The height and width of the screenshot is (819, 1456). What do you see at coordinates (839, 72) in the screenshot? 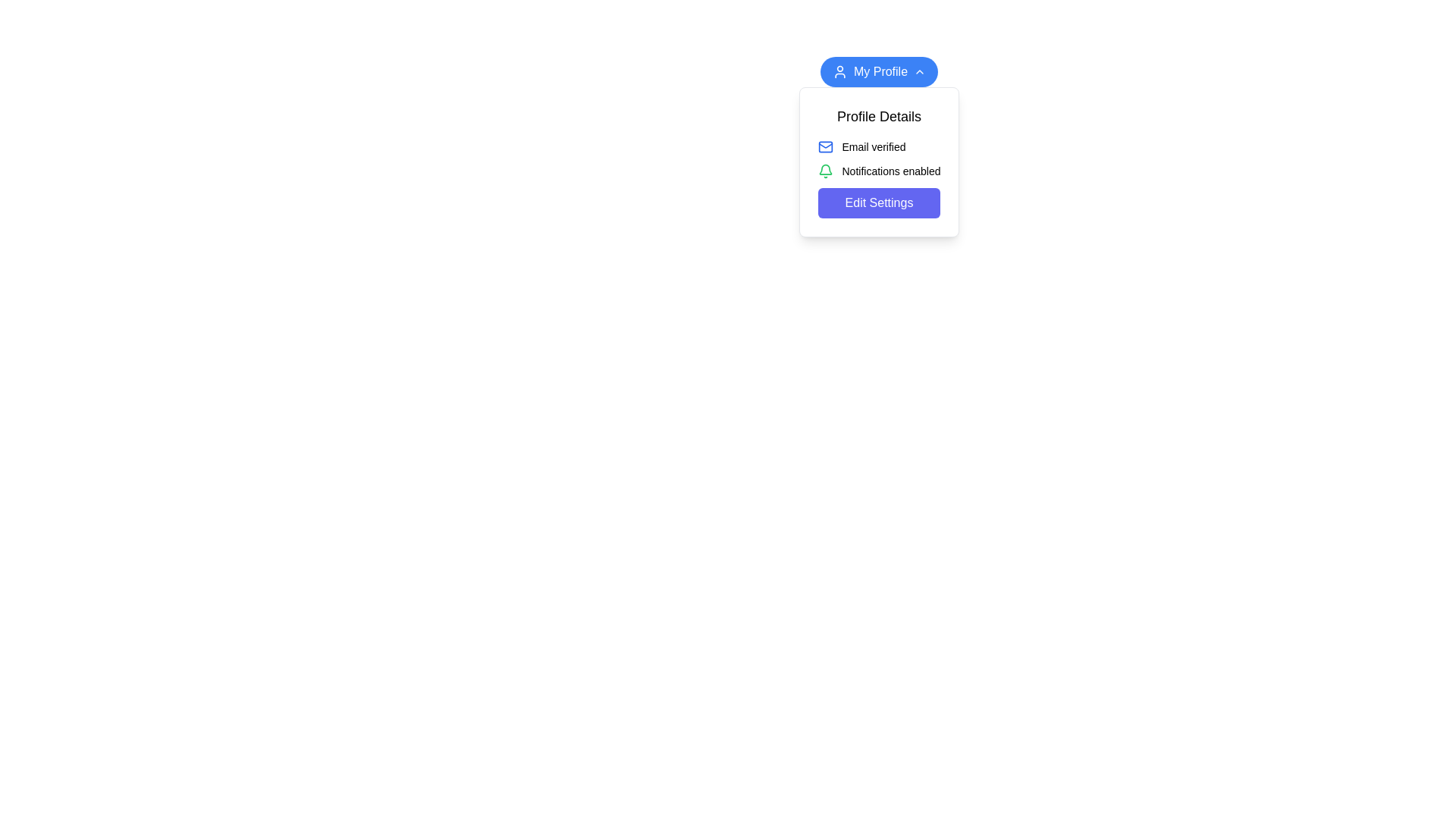
I see `the user profile icon located to the left of the 'My Profile' text within the rounded blue button at the top of the dropdown menu` at bounding box center [839, 72].